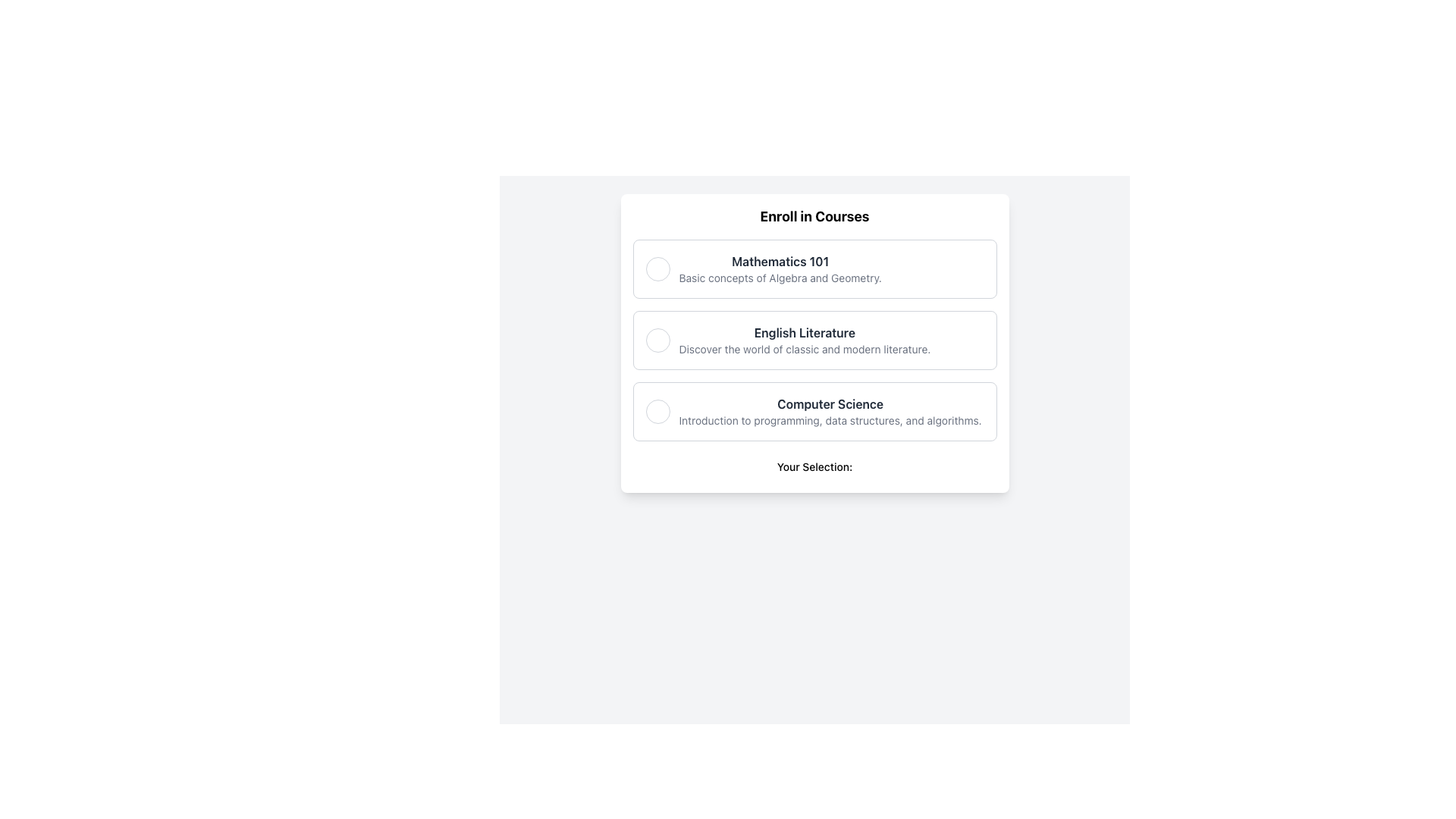 The width and height of the screenshot is (1456, 819). I want to click on the non-interactive text label displaying the title and brief description of the course 'Mathematics 101', located at the top of a vertically ordered list of course titles, so click(780, 268).